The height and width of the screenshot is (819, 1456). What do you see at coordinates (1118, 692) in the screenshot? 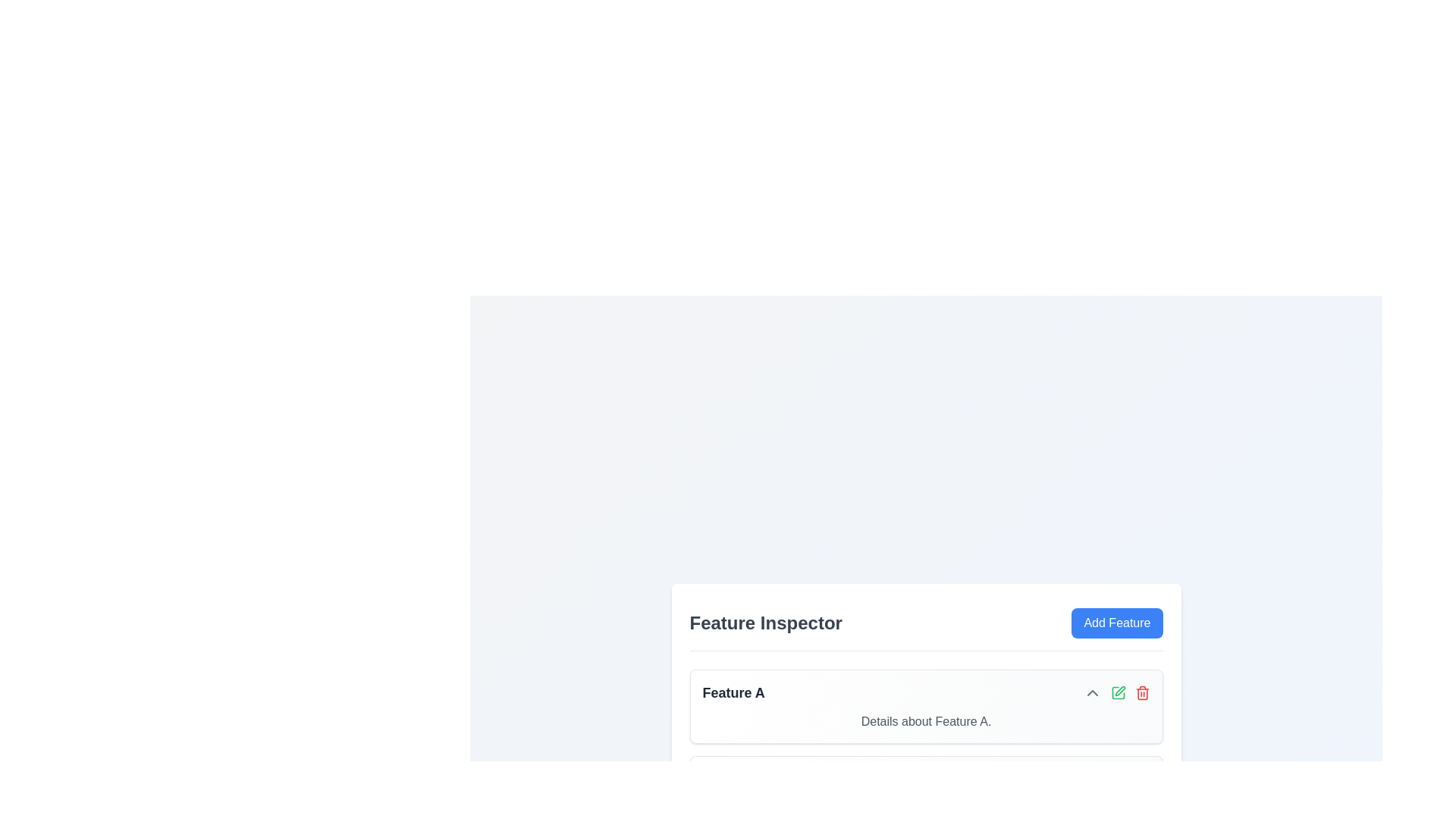
I see `the edit button represented by a pen icon located in the top-right corner of the feature card` at bounding box center [1118, 692].